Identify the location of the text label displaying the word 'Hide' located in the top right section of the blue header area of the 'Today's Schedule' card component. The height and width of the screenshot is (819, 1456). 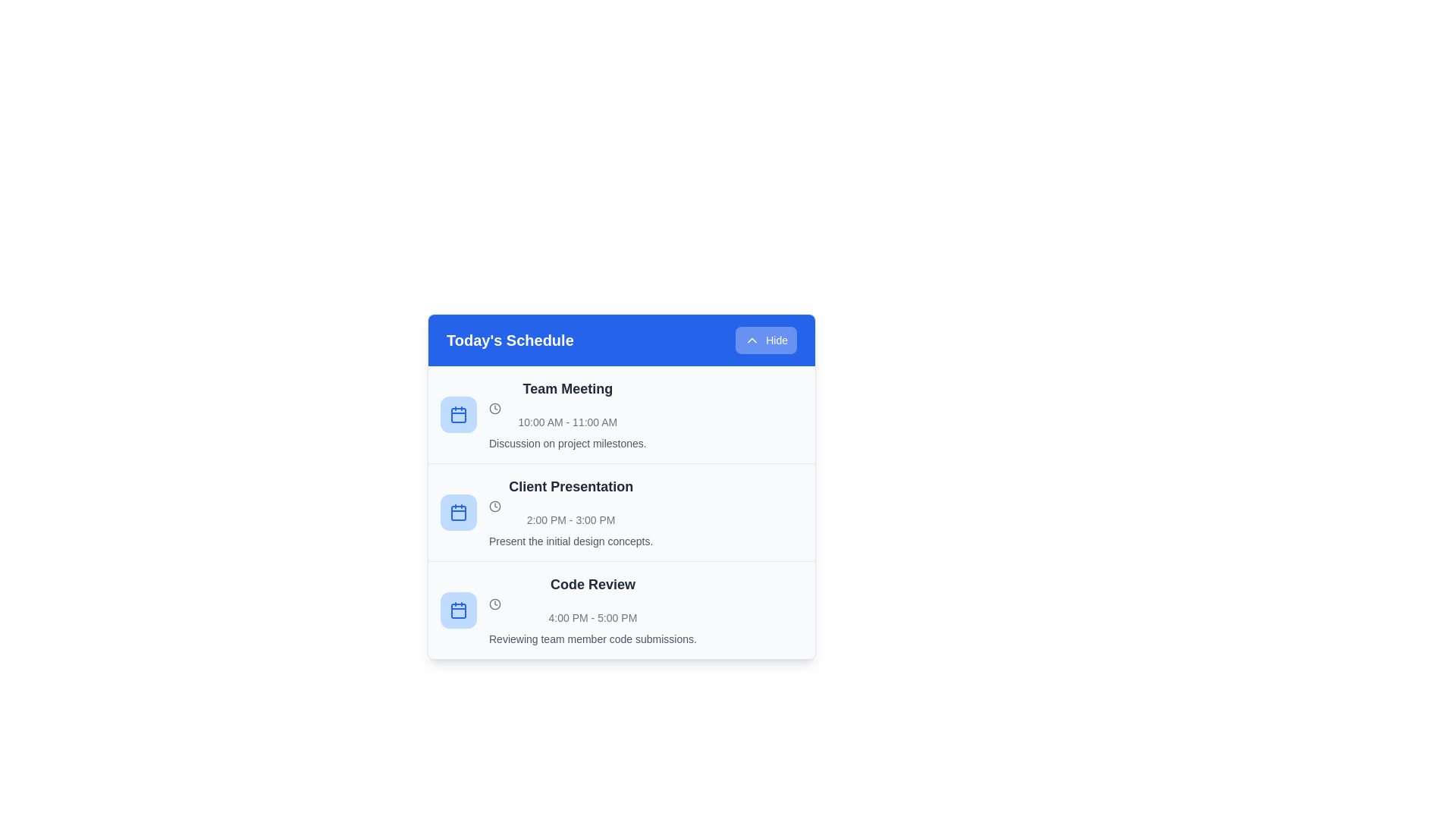
(777, 339).